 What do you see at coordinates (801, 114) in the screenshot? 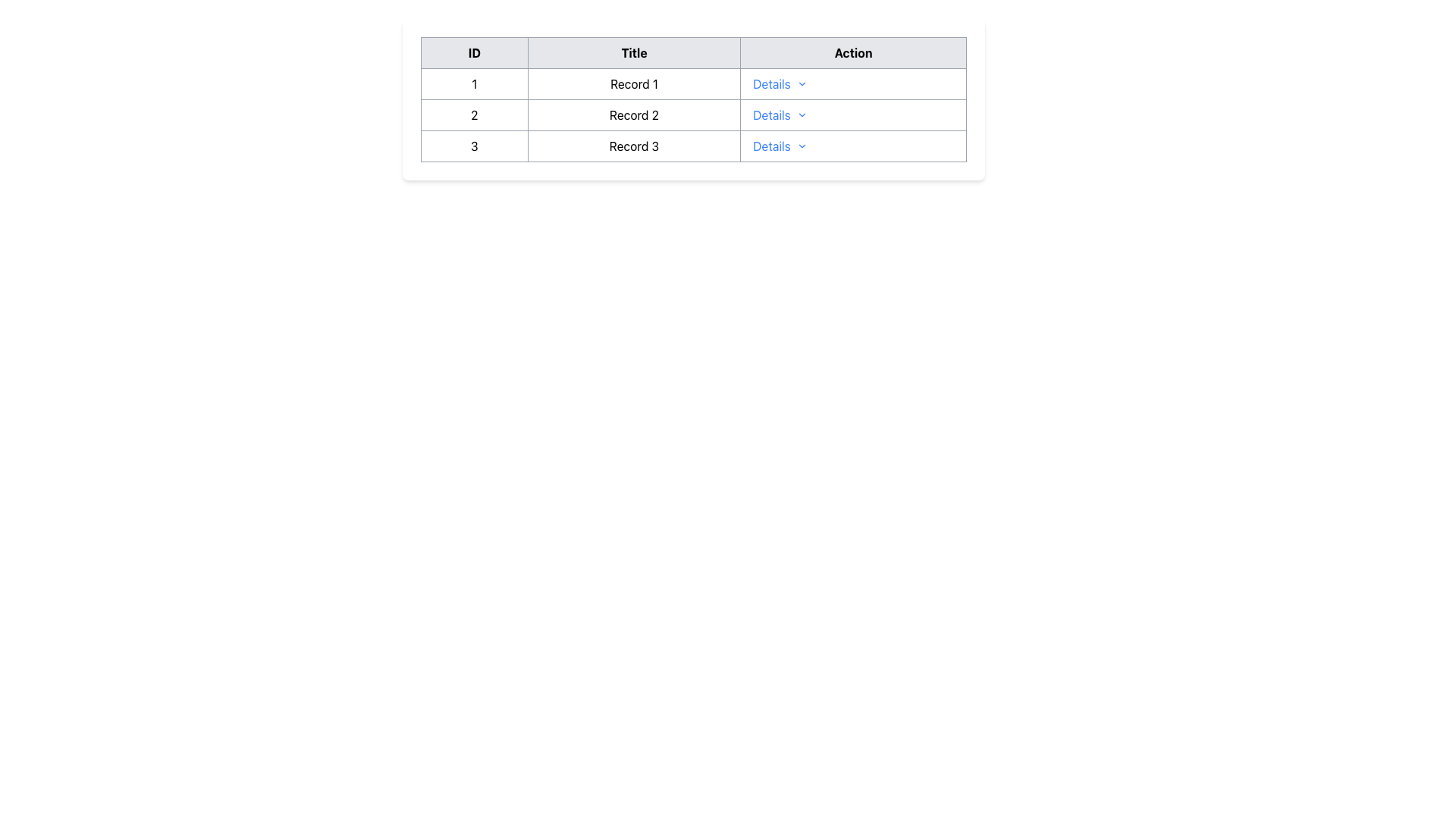
I see `the small chevron-down icon located immediately to the right of the text 'Details' in the 'Action' column of the second row` at bounding box center [801, 114].